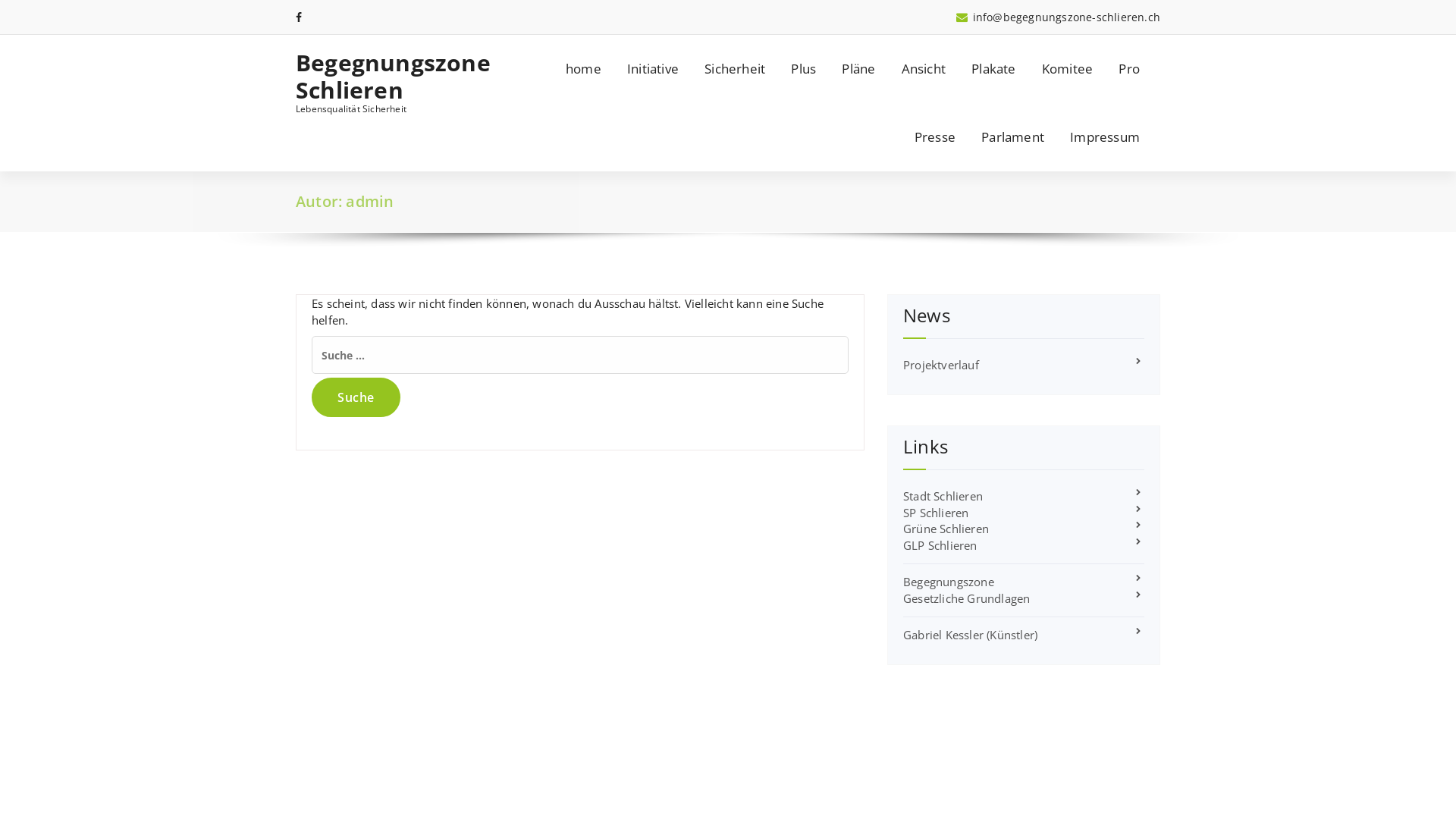 The width and height of the screenshot is (1456, 819). I want to click on 'Initiative', so click(652, 69).